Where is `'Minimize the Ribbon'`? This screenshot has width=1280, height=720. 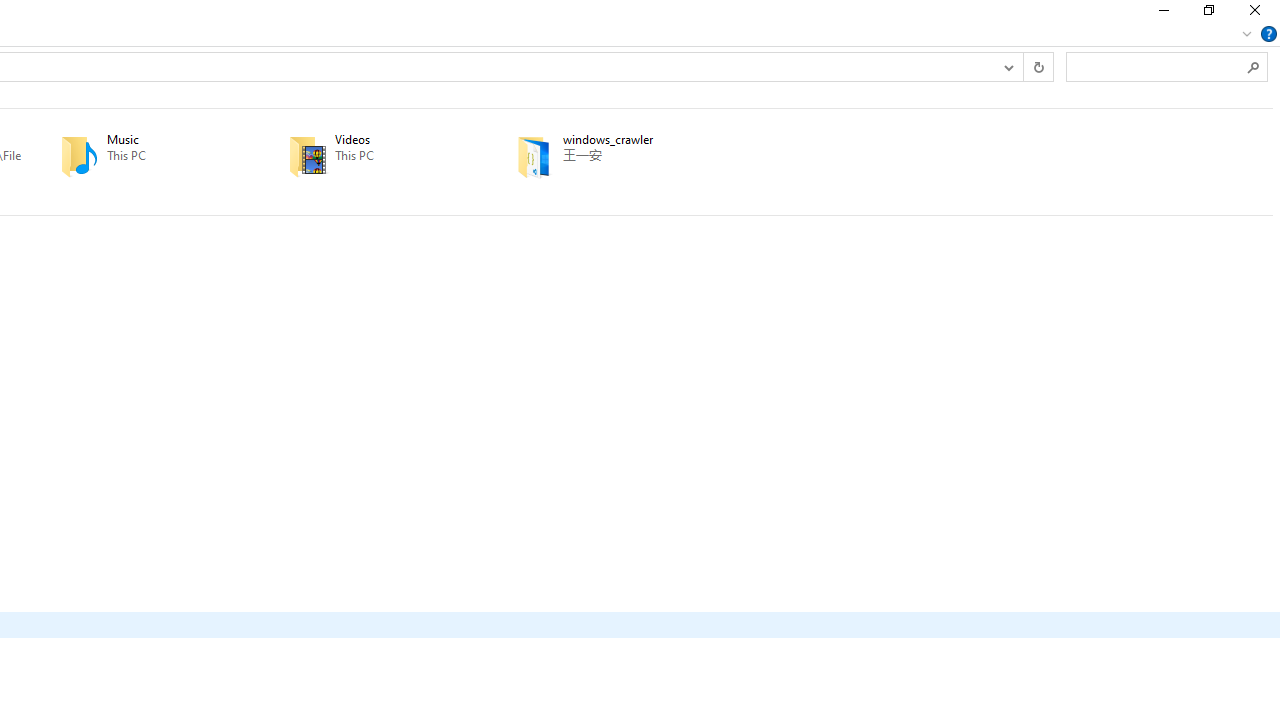 'Minimize the Ribbon' is located at coordinates (1246, 33).